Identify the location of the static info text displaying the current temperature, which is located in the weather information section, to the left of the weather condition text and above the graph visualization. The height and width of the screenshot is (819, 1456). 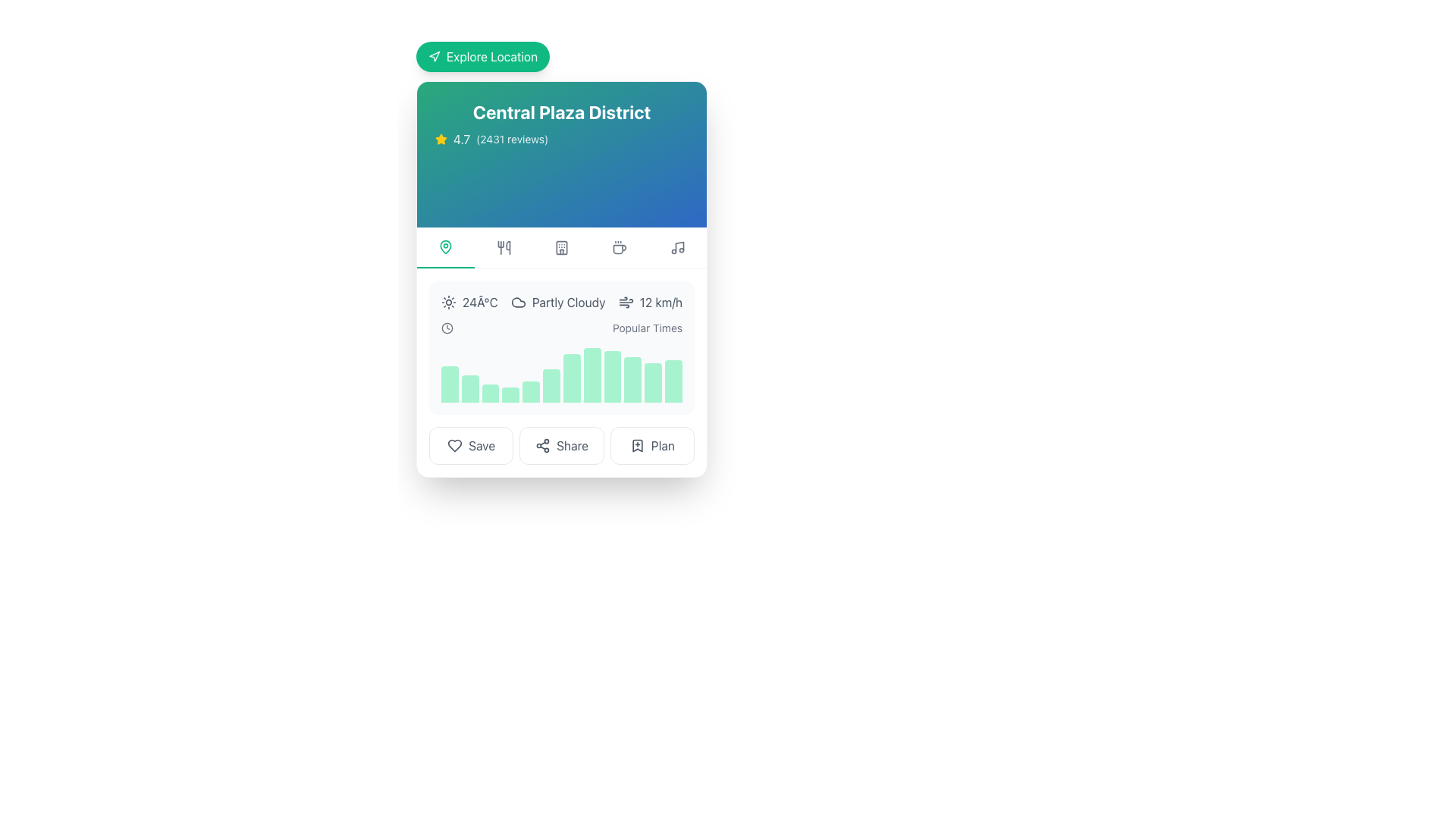
(479, 302).